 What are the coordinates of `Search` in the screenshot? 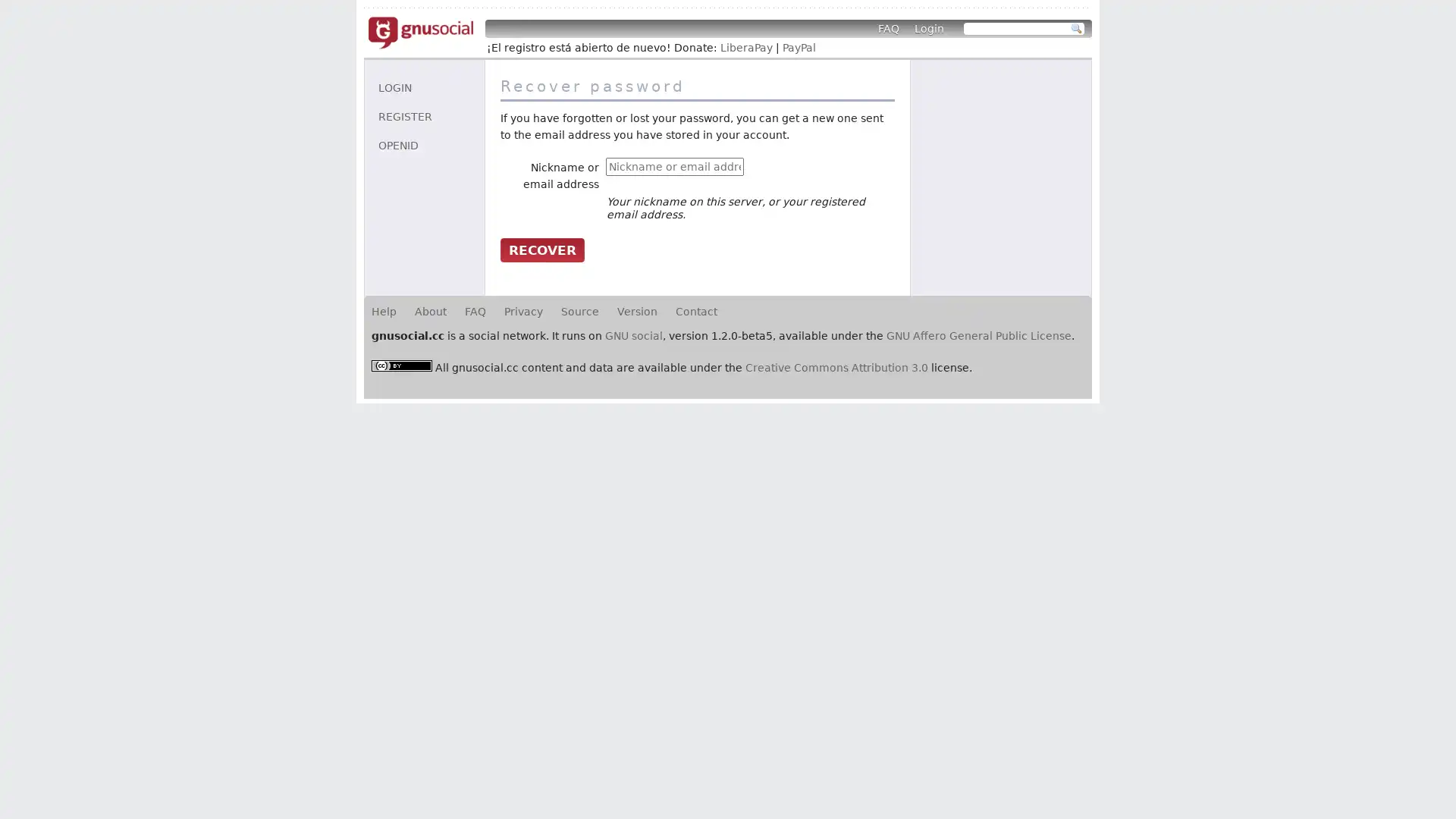 It's located at (1076, 29).